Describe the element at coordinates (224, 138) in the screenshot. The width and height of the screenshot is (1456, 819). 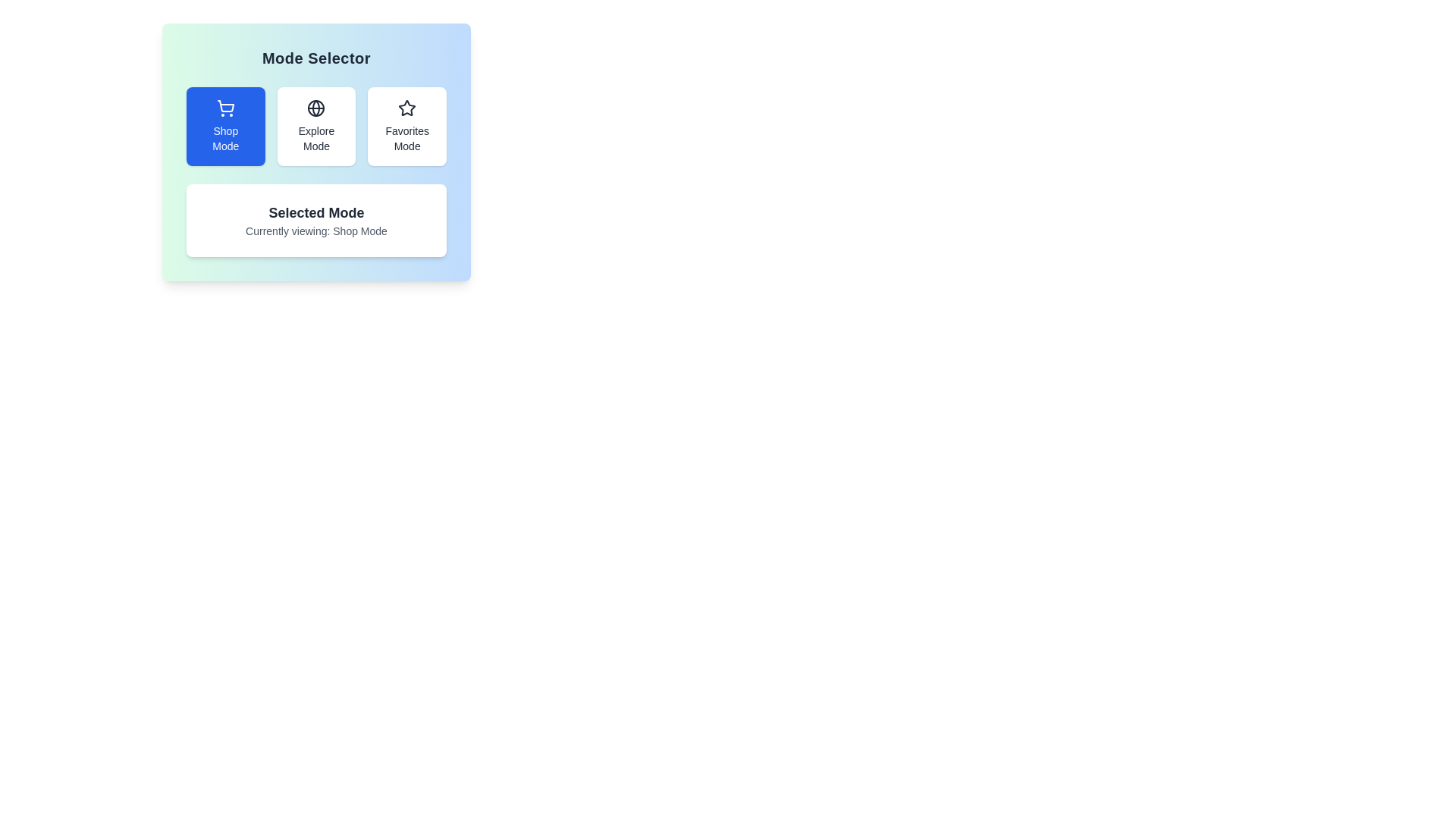
I see `the 'Shop Mode' text label, which is styled with white text on a blue background and is the first button in a group of three buttons` at that location.